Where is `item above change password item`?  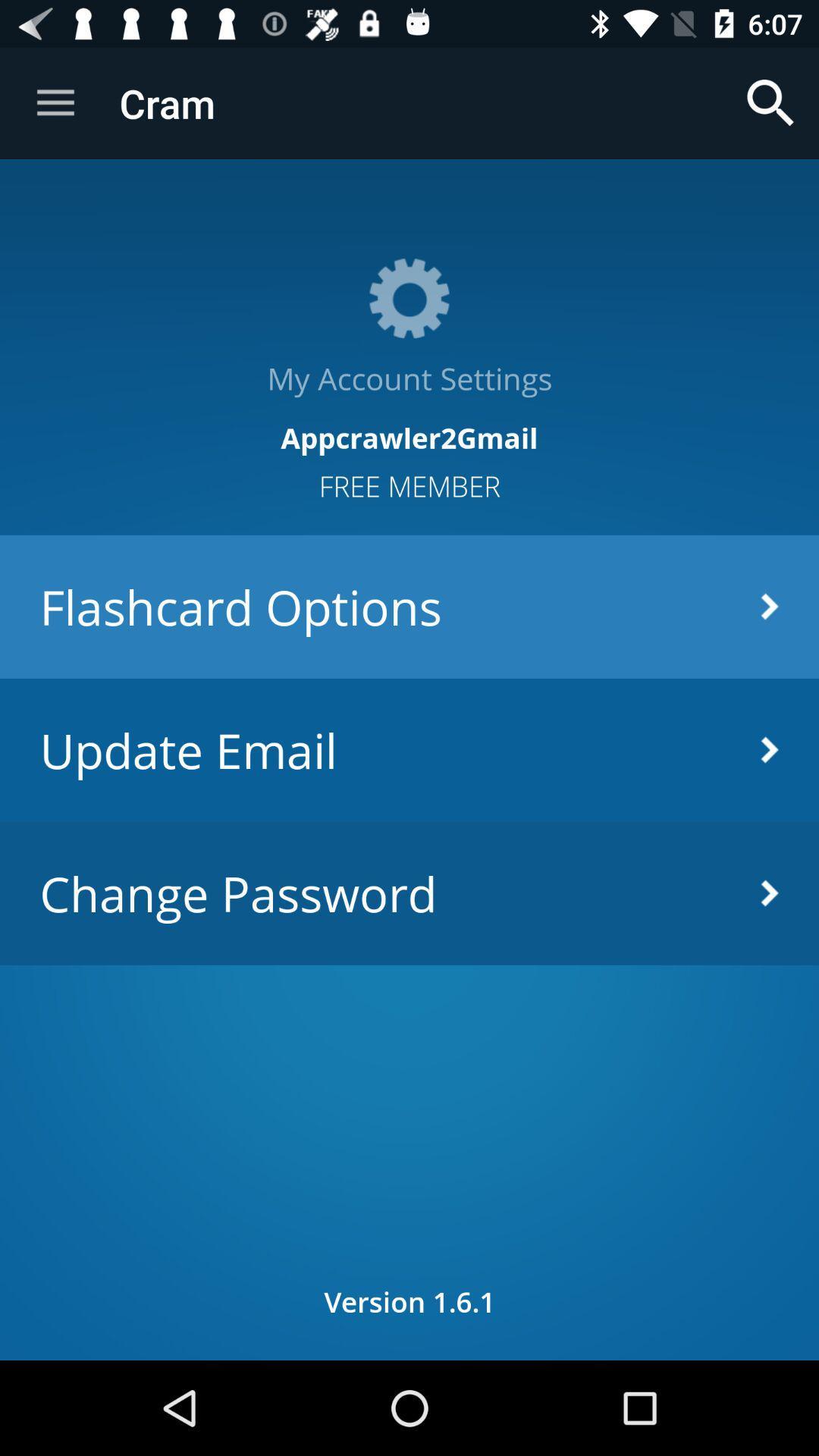 item above change password item is located at coordinates (409, 750).